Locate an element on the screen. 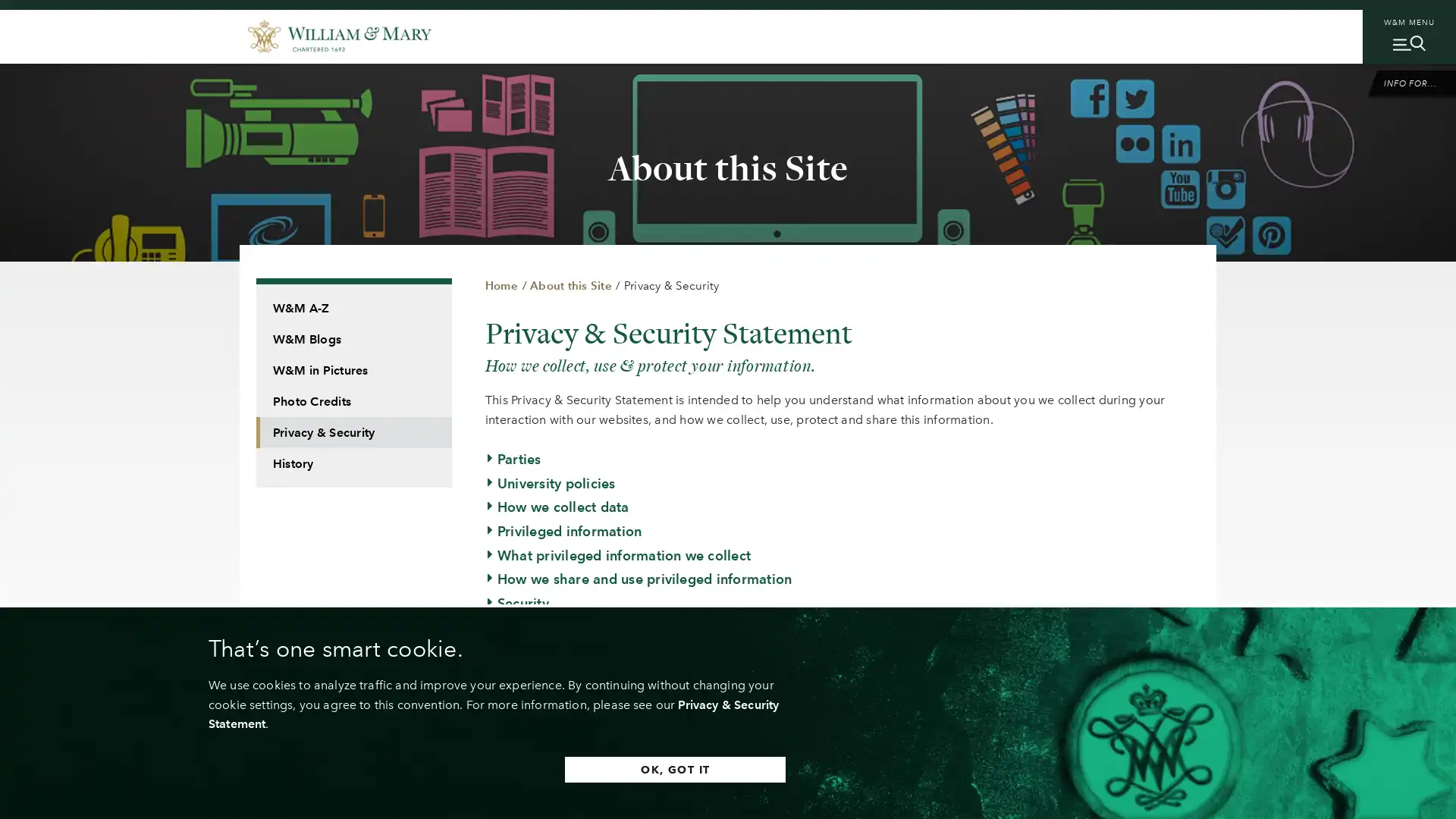  Links to other websites is located at coordinates (564, 626).